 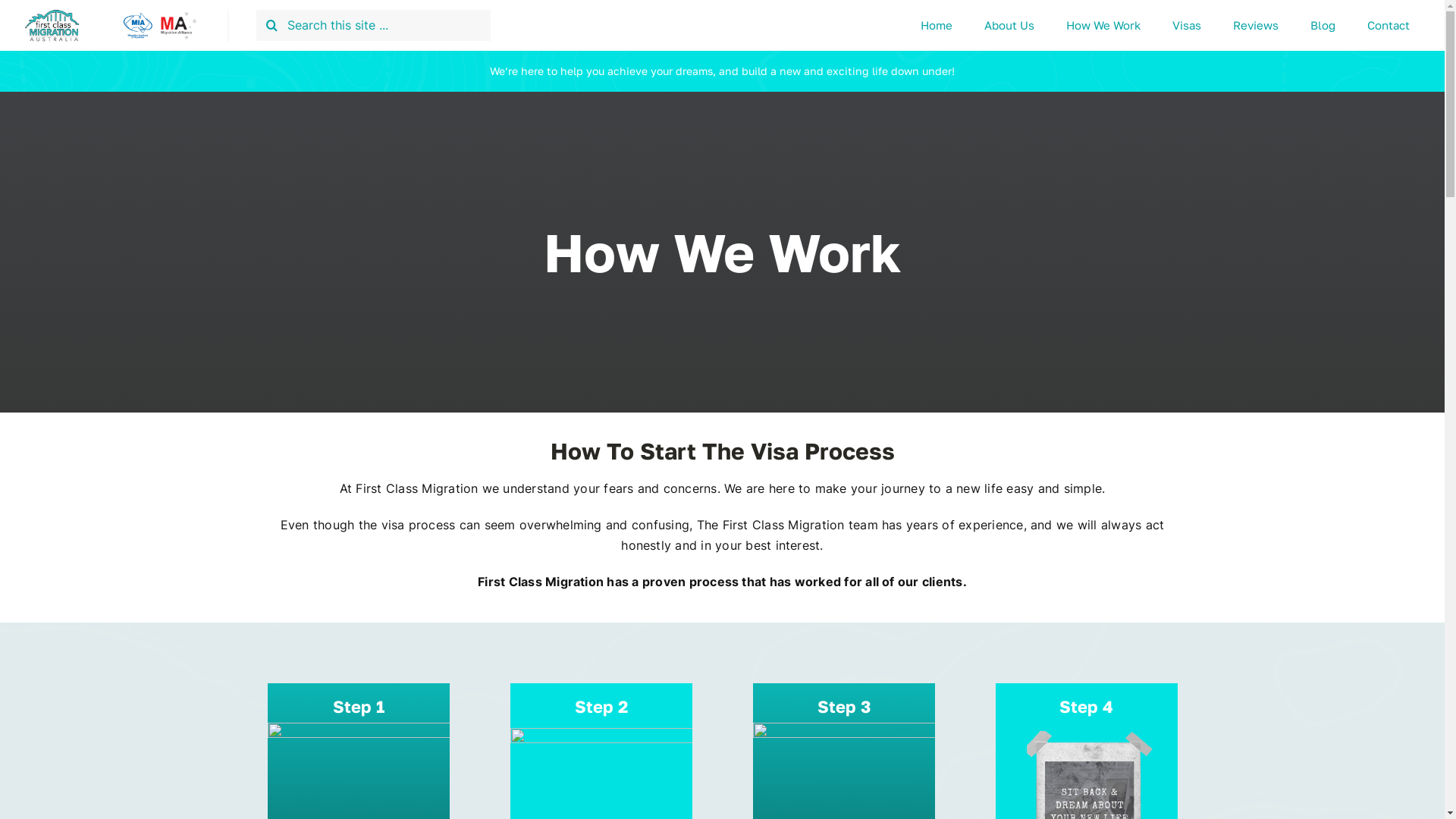 What do you see at coordinates (908, 25) in the screenshot?
I see `'Home'` at bounding box center [908, 25].